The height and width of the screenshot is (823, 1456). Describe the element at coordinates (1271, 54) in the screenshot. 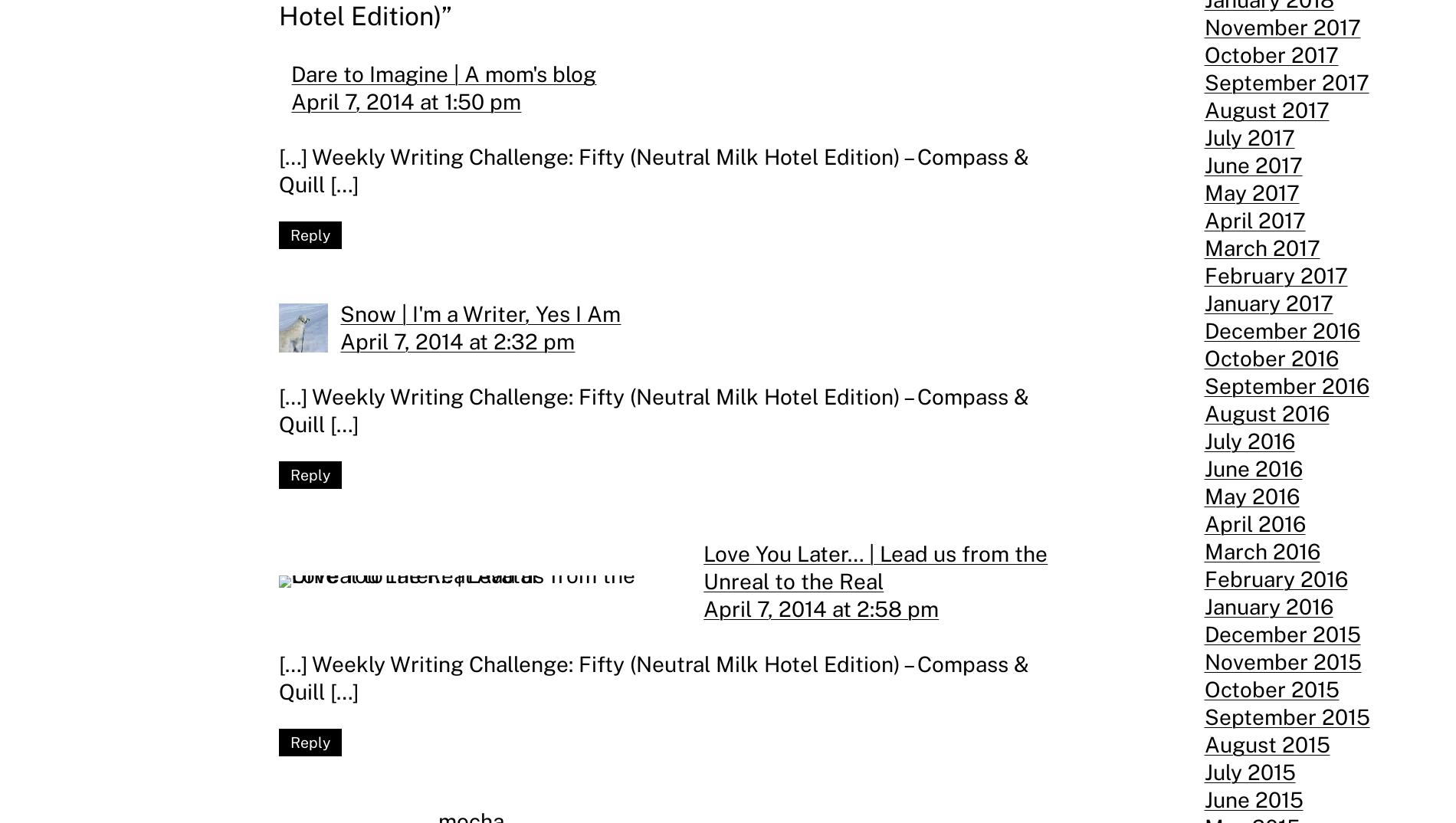

I see `'October 2017'` at that location.